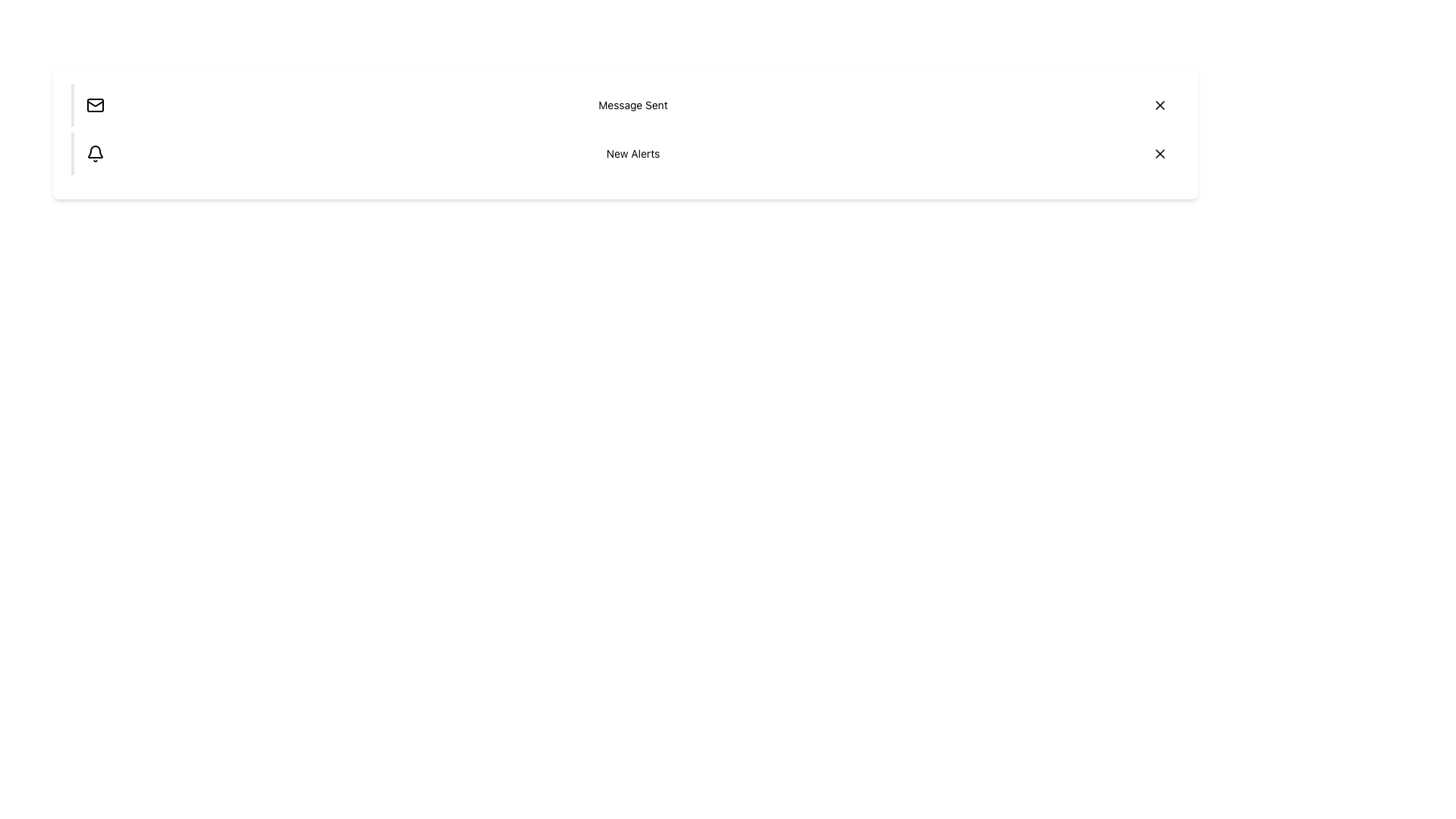 This screenshot has height=819, width=1456. What do you see at coordinates (1159, 104) in the screenshot?
I see `the close button located at the far-right corner of the notification element containing the text 'Message Sent'` at bounding box center [1159, 104].